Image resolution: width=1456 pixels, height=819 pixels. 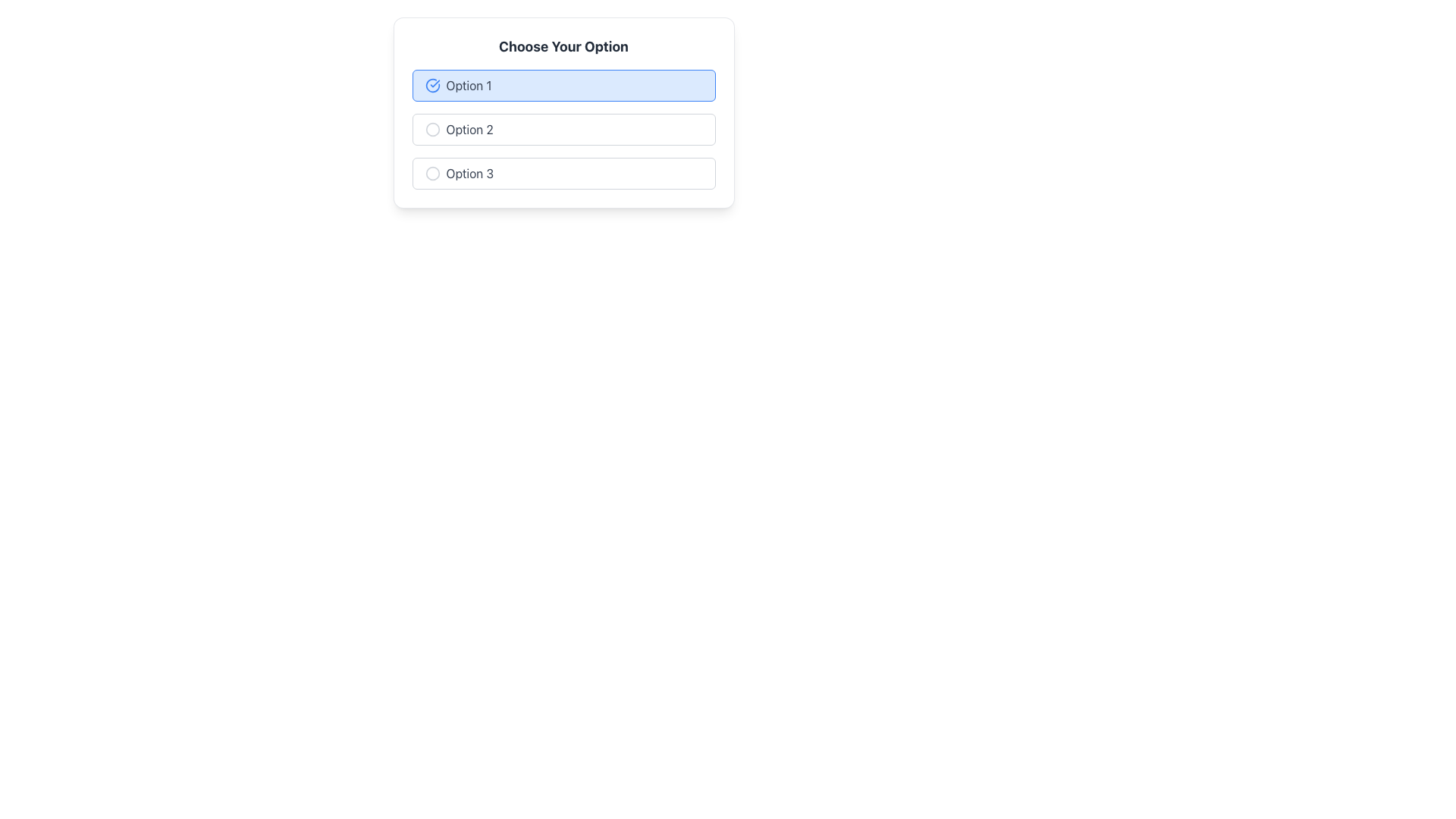 What do you see at coordinates (563, 112) in the screenshot?
I see `the 'Option 1' in the Selection Panel titled 'Choose Your Option'` at bounding box center [563, 112].